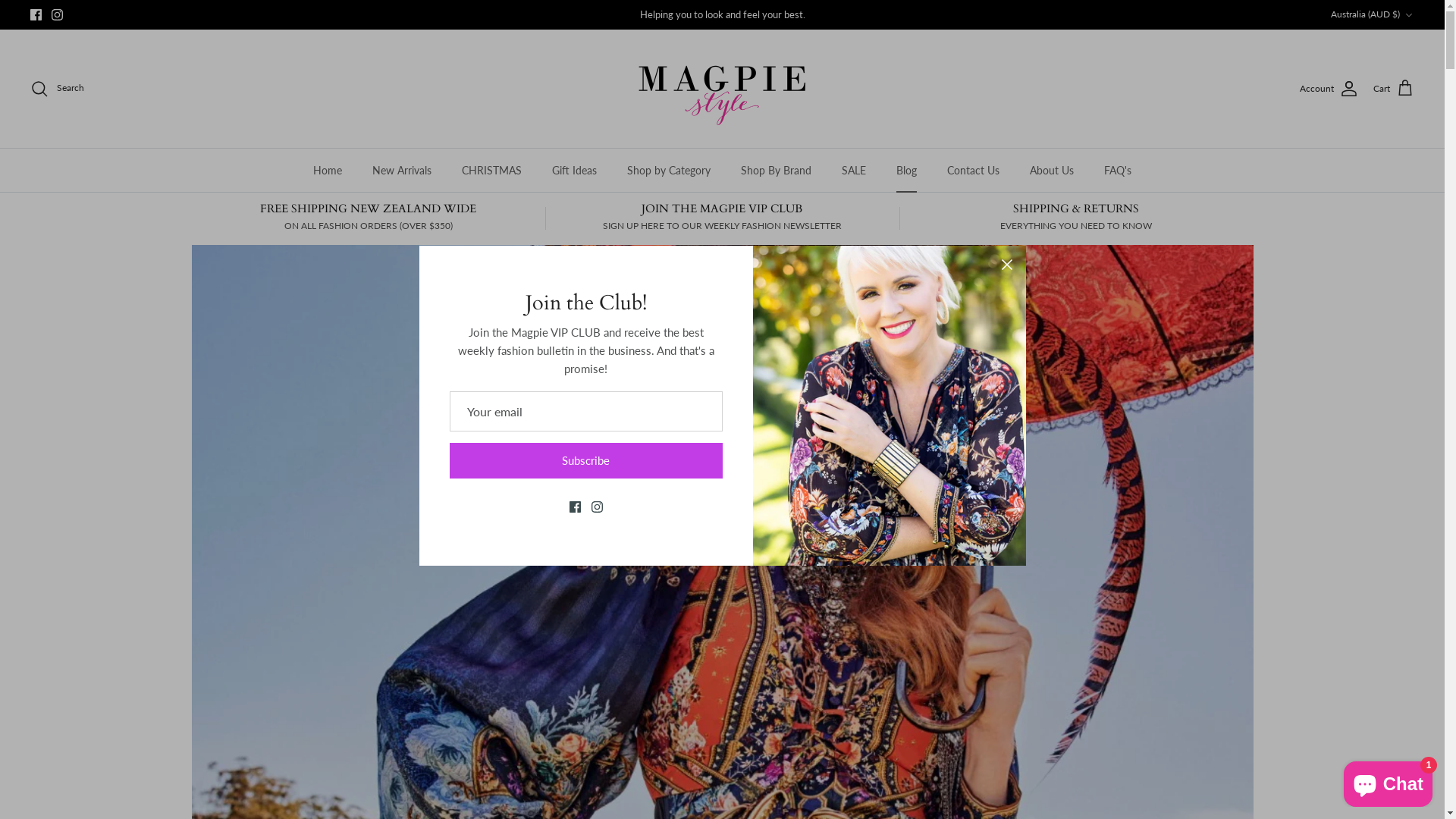 The image size is (1456, 819). I want to click on 'Subscribe', so click(585, 460).